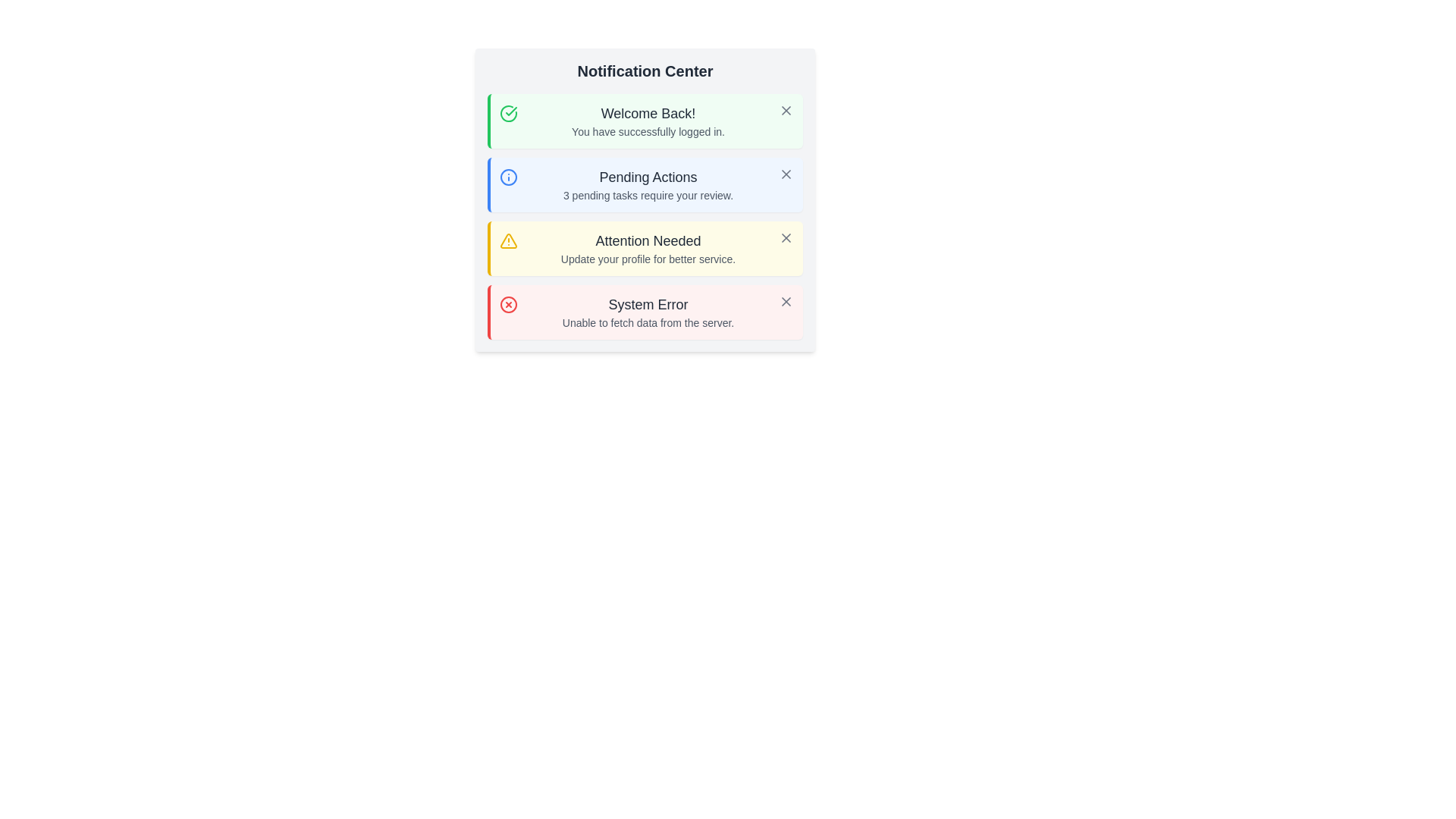 This screenshot has height=819, width=1456. I want to click on text located at the bottom of the third notification card under the 'Attention Needed' header, so click(648, 259).